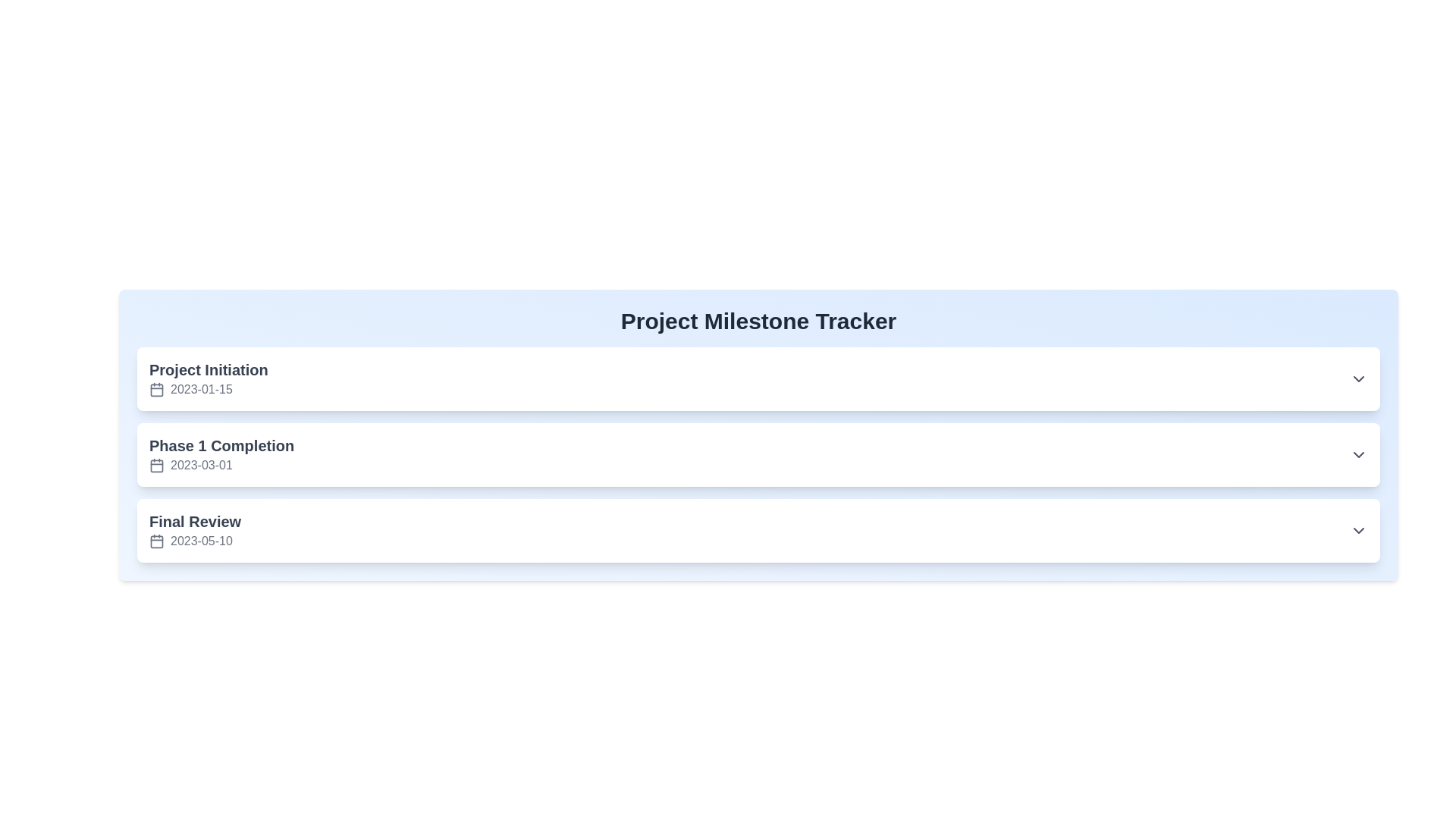  What do you see at coordinates (200, 540) in the screenshot?
I see `date information displayed on the 'Final Review' text label, which indicates the planned date for this milestone in the project timeline` at bounding box center [200, 540].